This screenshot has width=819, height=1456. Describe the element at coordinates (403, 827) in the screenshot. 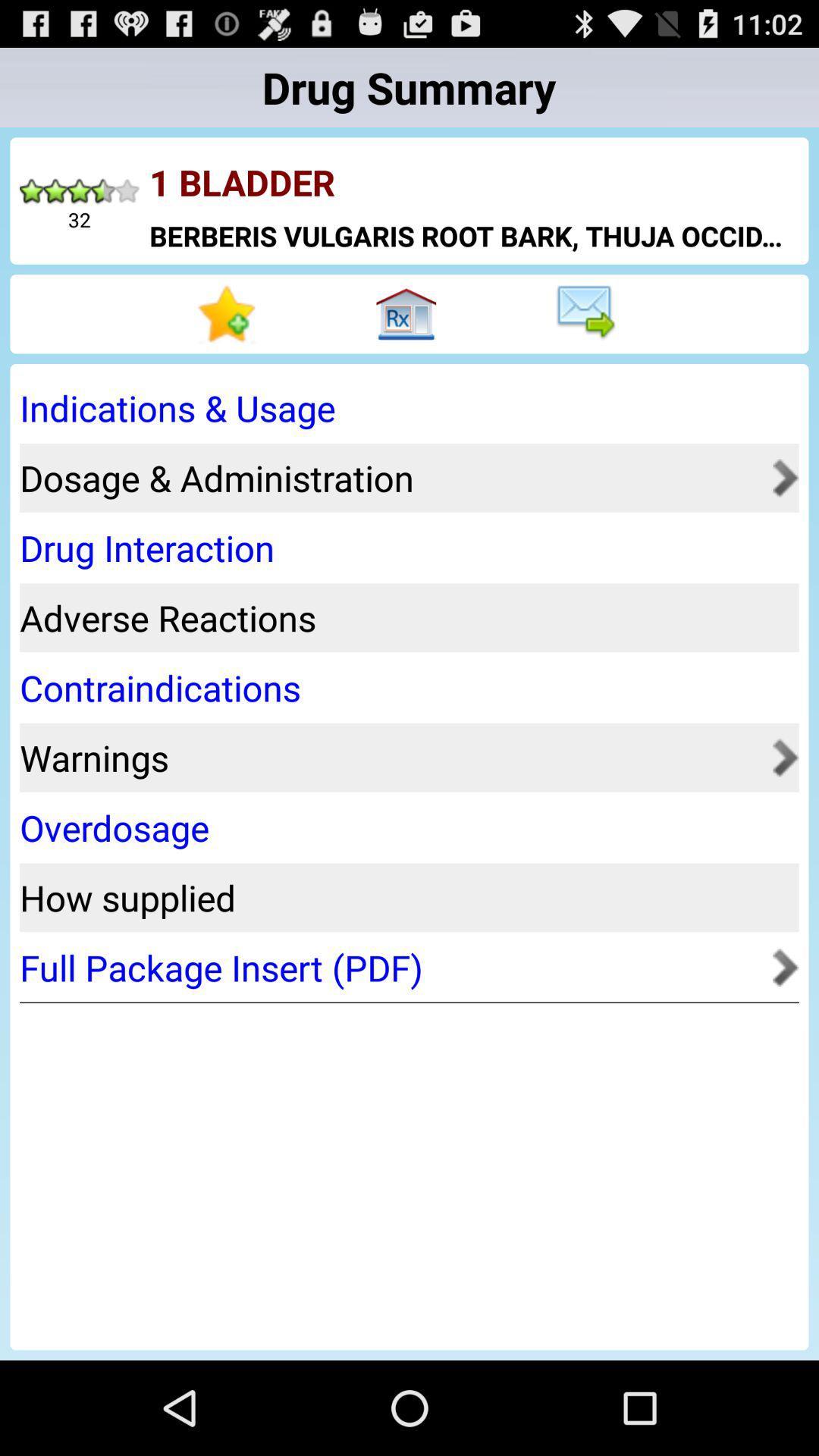

I see `the overdosage item` at that location.